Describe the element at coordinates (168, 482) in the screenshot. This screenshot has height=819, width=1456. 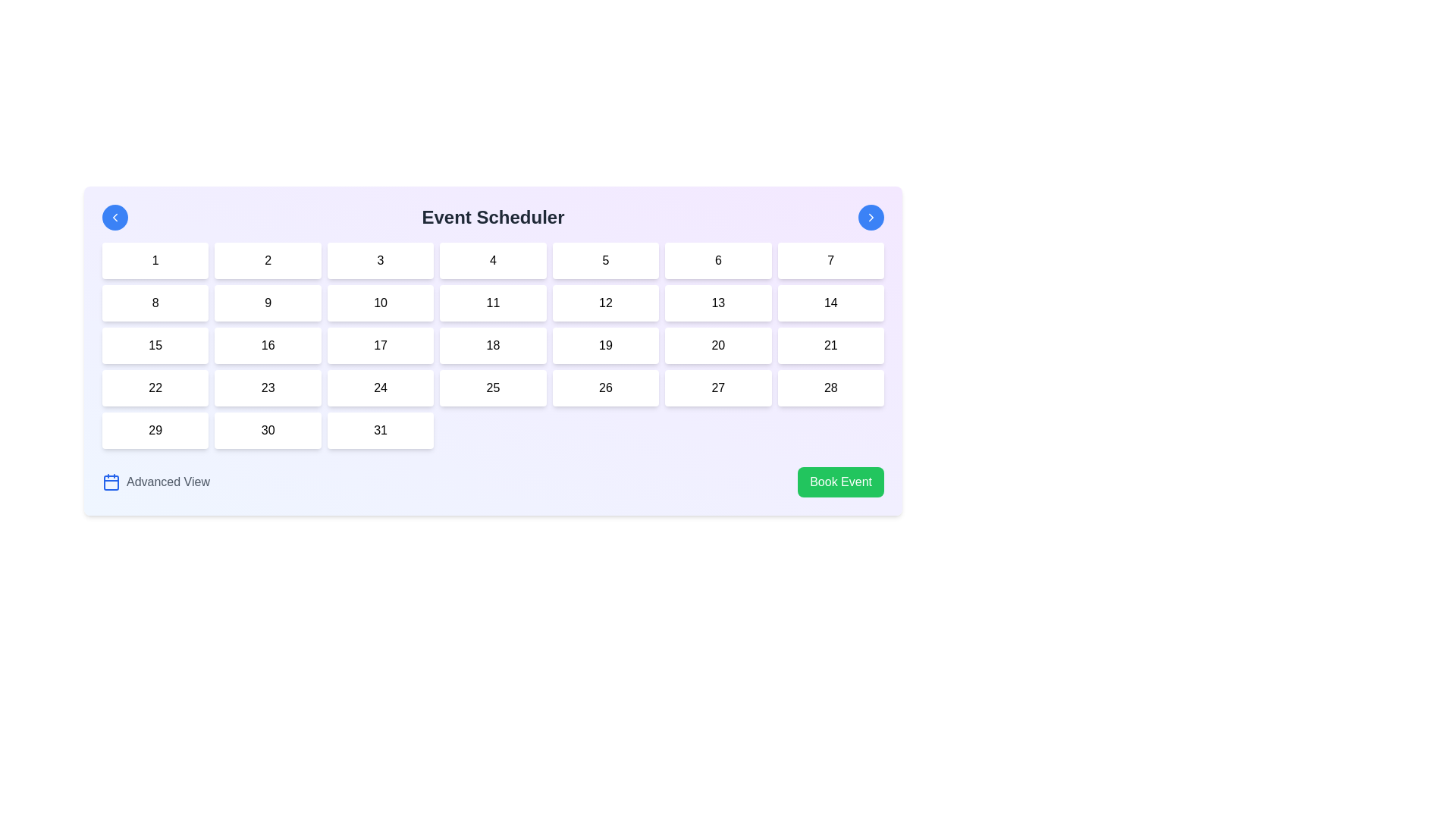
I see `the 'Advanced View' text label, which is styled in gray and located to the right of a blue calendar icon` at that location.